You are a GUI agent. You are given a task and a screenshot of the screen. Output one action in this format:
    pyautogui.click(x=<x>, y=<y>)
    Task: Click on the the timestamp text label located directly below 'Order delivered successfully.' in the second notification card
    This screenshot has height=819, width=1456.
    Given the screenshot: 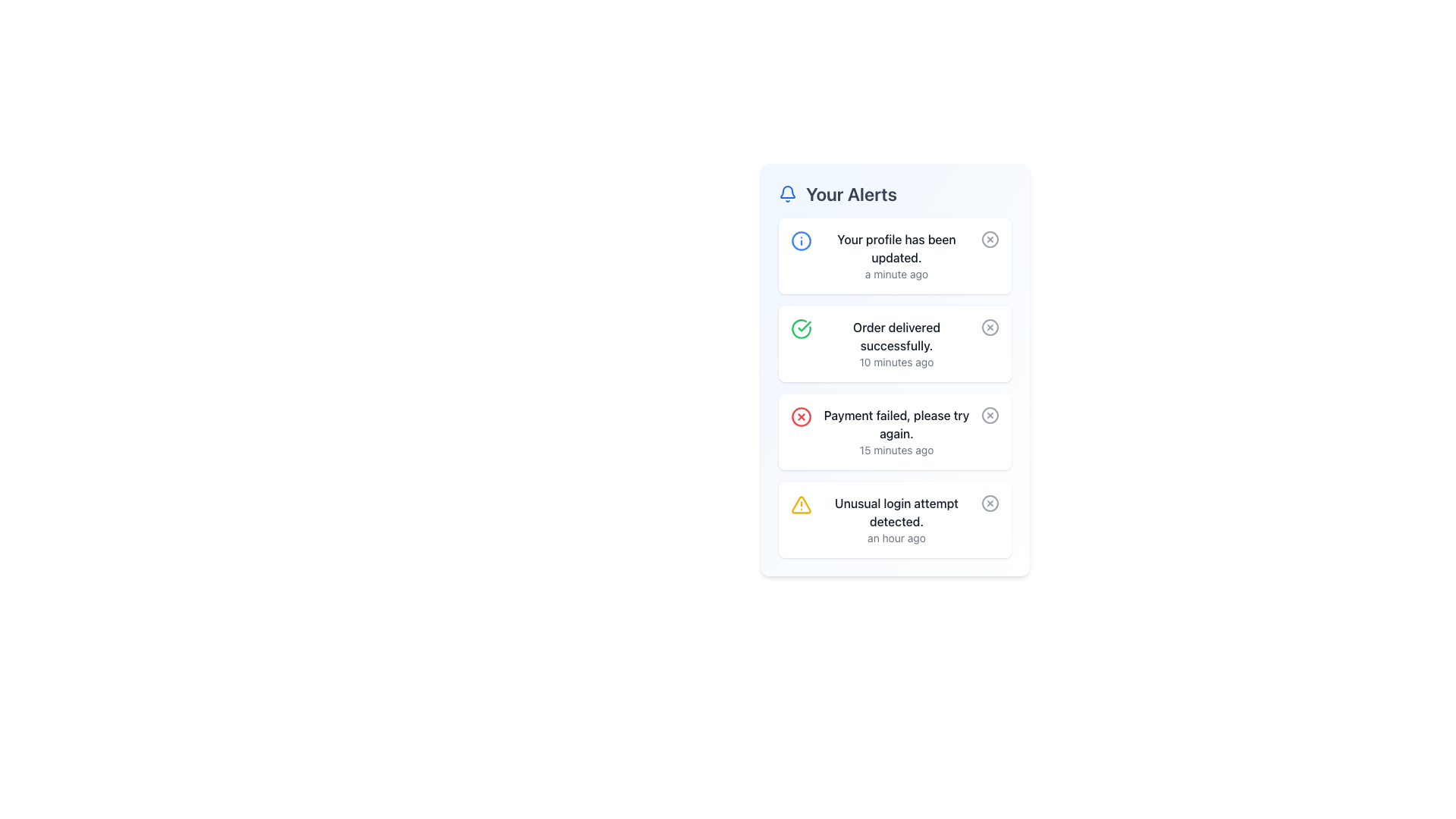 What is the action you would take?
    pyautogui.click(x=896, y=362)
    